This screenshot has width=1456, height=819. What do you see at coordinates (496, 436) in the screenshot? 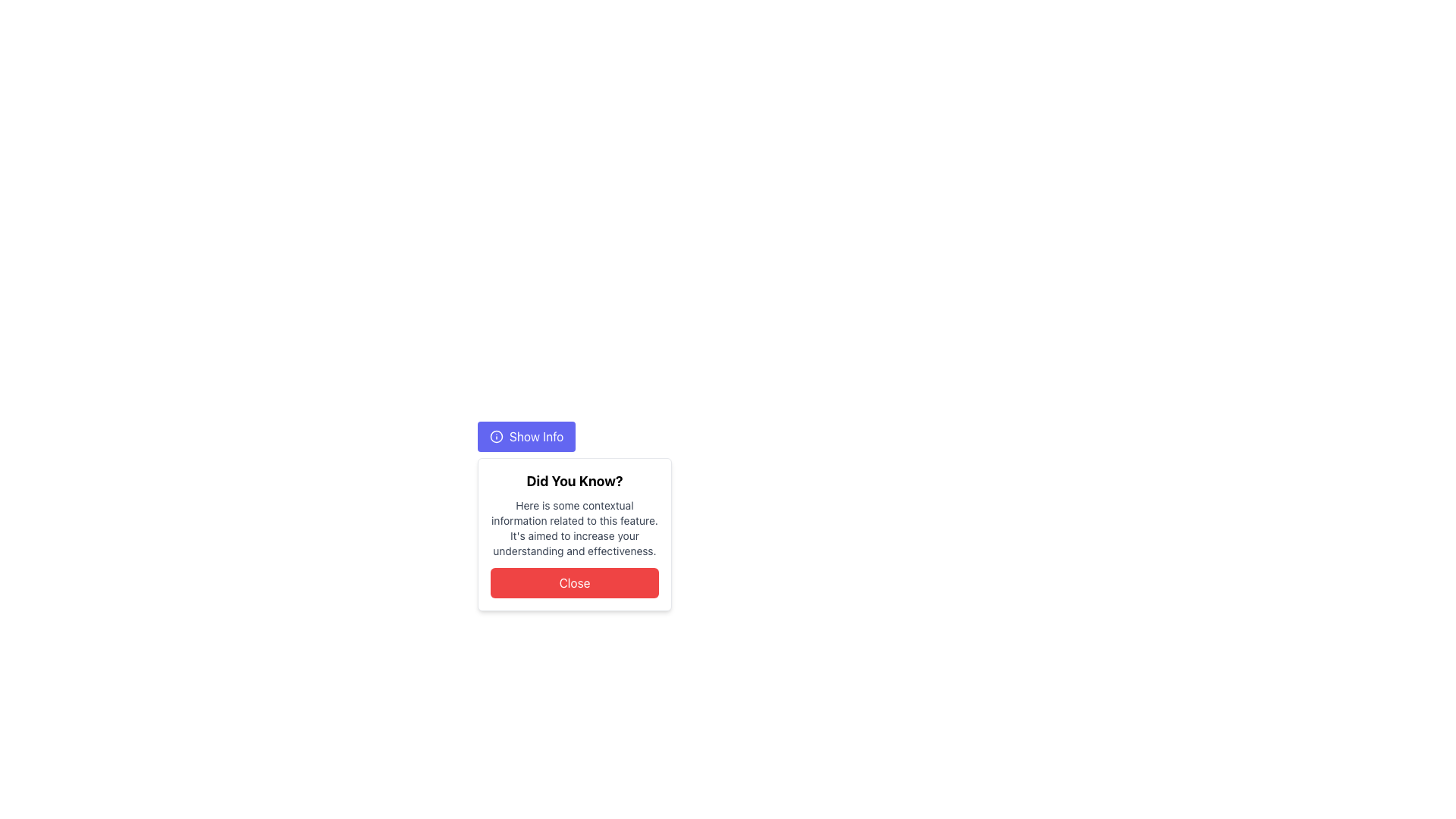
I see `the informational icon located to the left of the text inside the 'Show Info' button` at bounding box center [496, 436].